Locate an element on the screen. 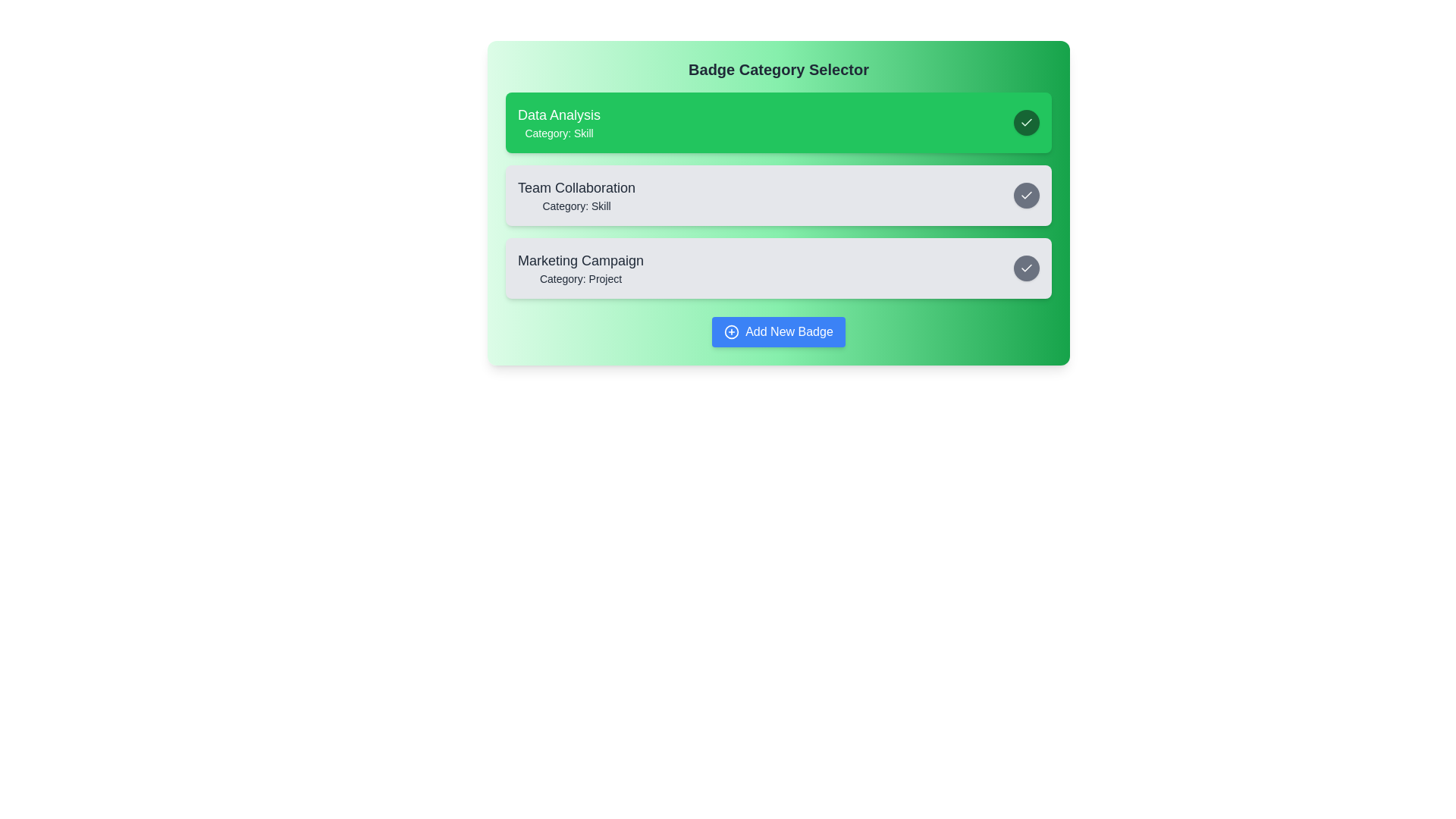 This screenshot has height=819, width=1456. the 'Add New Badge' button to add a new badge is located at coordinates (779, 331).